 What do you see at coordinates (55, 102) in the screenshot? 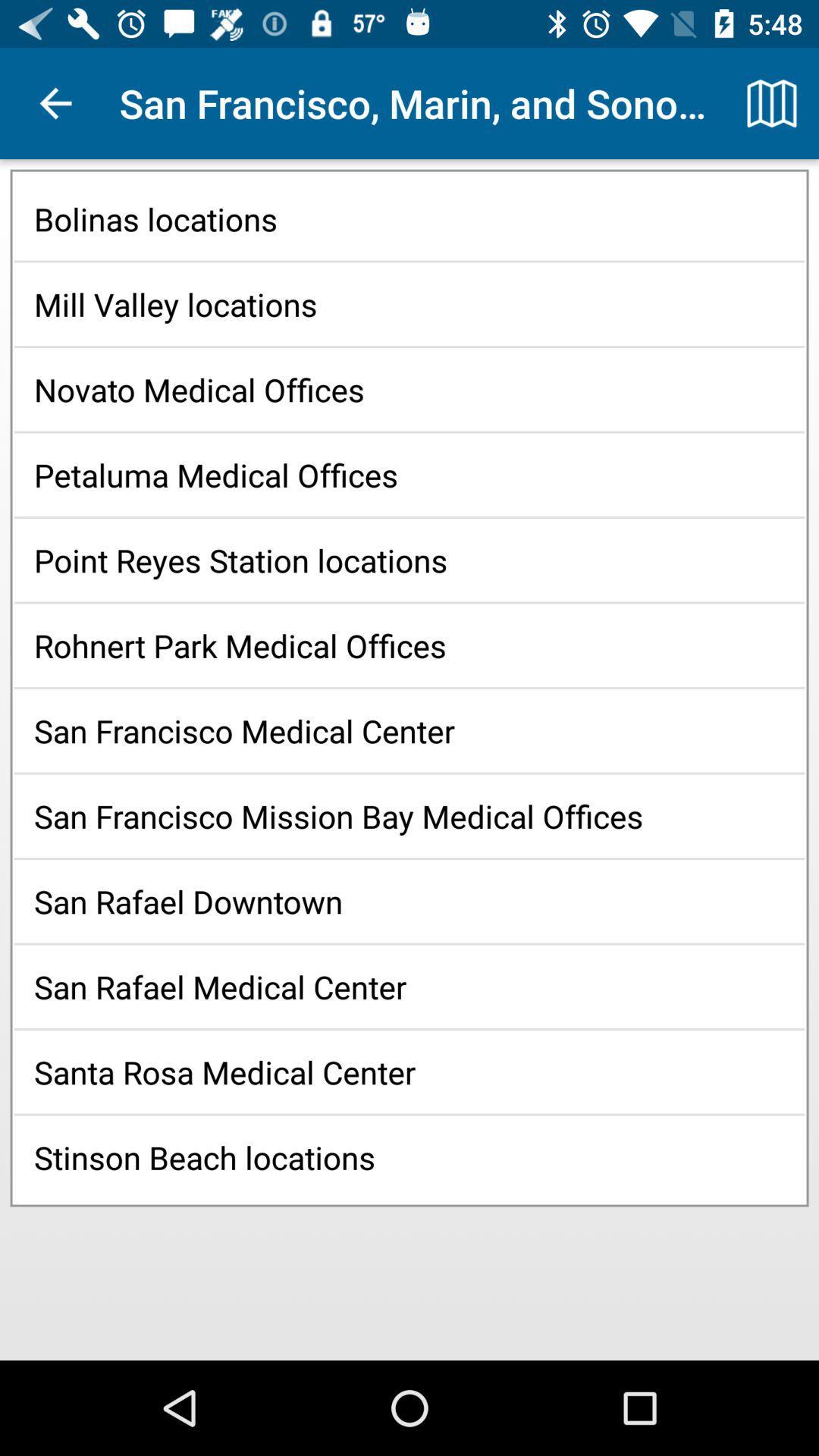
I see `the item above the bolinas locations` at bounding box center [55, 102].